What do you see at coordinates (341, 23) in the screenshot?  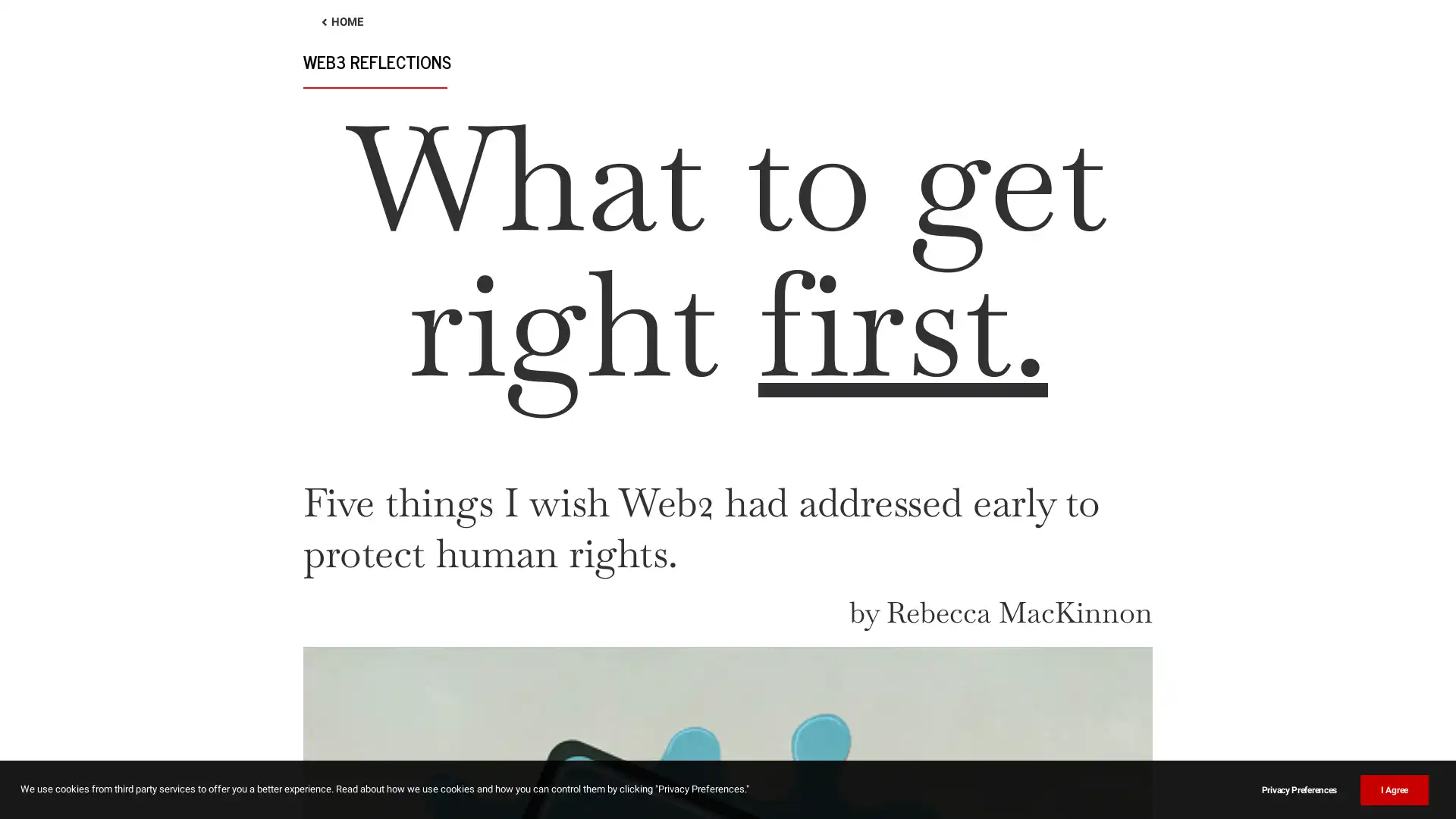 I see `HOME` at bounding box center [341, 23].